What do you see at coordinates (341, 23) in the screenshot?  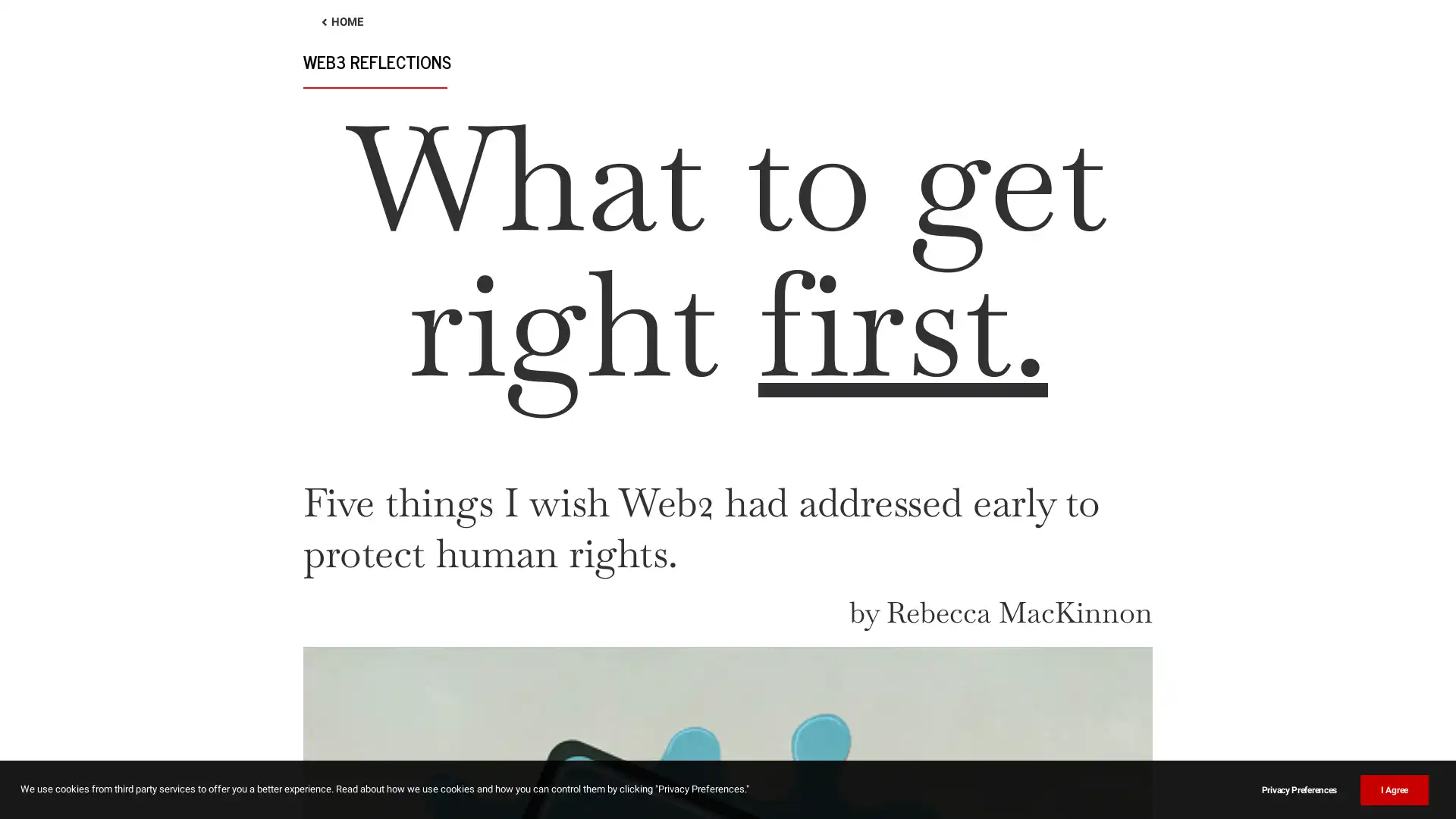 I see `HOME` at bounding box center [341, 23].